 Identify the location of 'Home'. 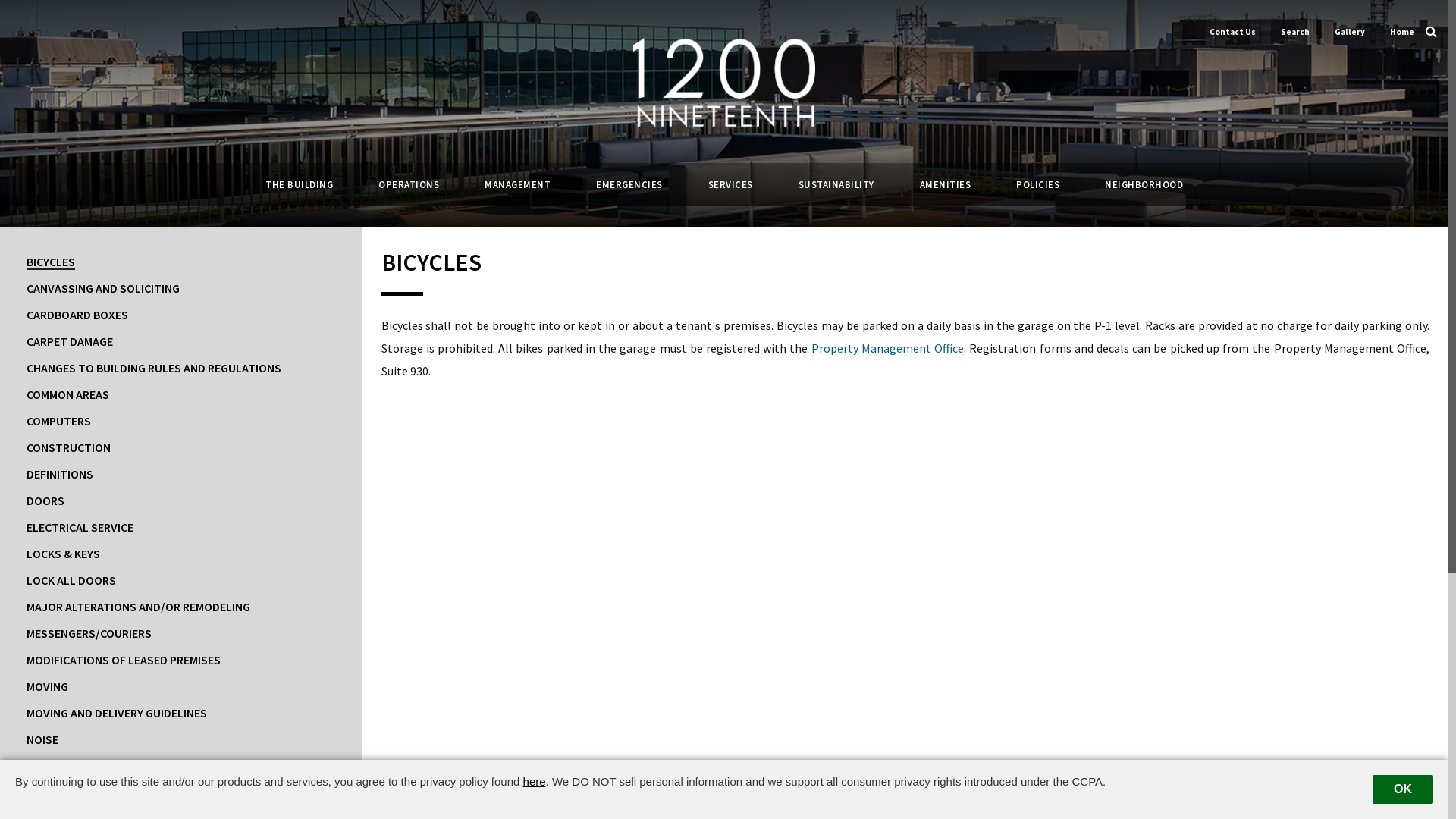
(1401, 32).